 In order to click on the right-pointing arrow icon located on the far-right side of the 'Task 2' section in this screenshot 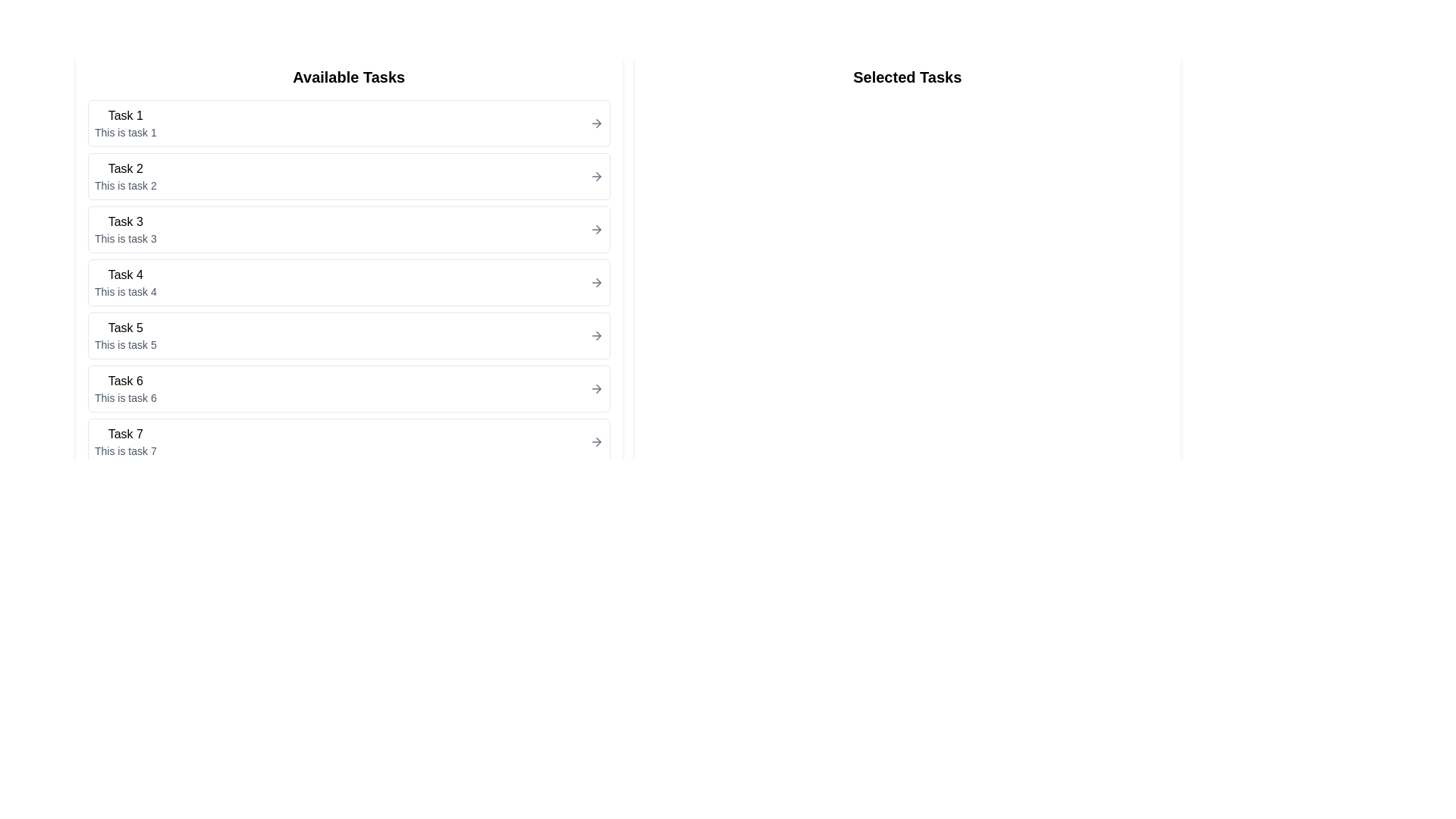, I will do `click(595, 175)`.